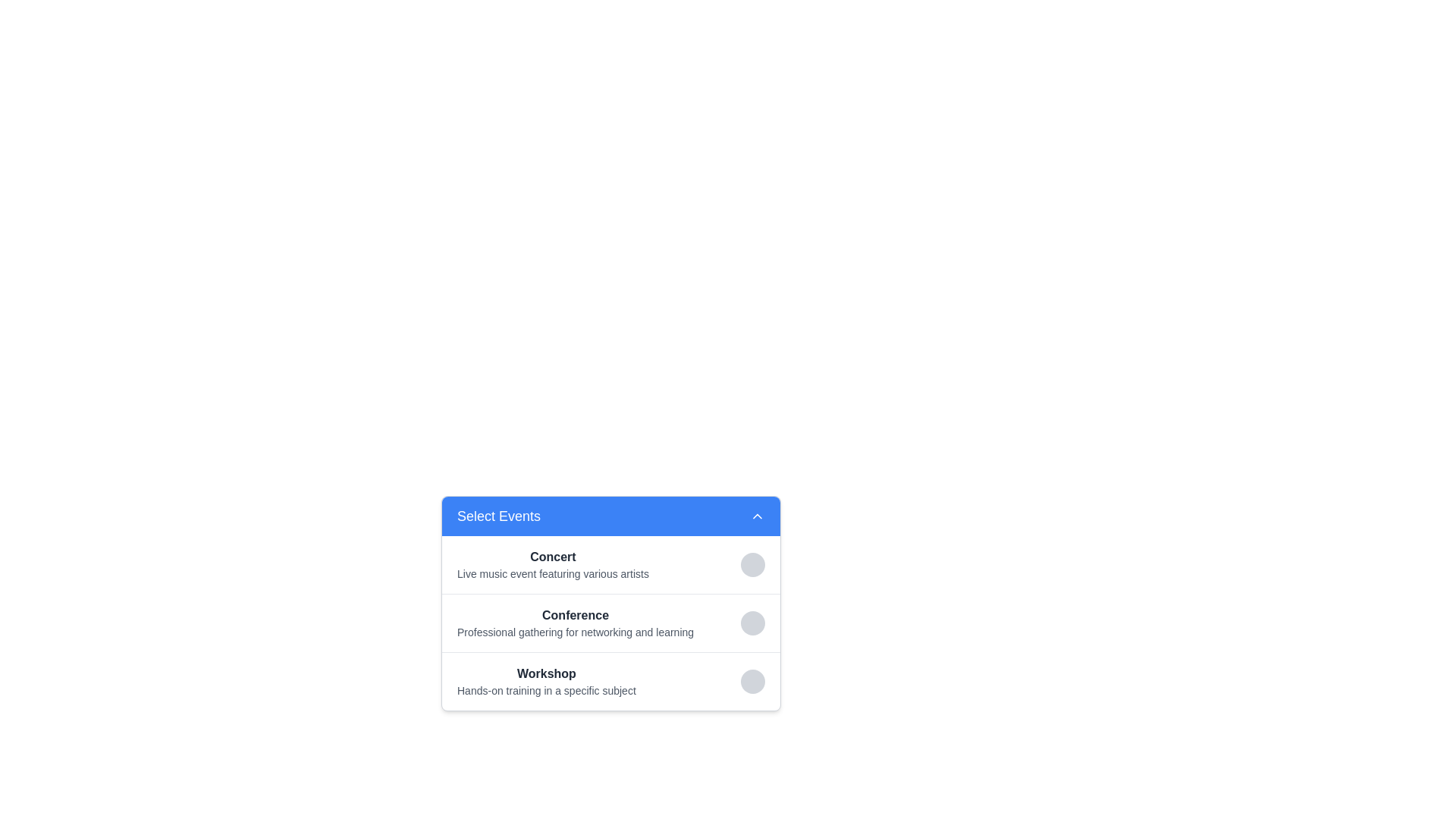 The height and width of the screenshot is (819, 1456). Describe the element at coordinates (546, 690) in the screenshot. I see `the static text label that provides detailed information about the 'Workshop' event, located directly below the bold 'Workshop' title` at that location.